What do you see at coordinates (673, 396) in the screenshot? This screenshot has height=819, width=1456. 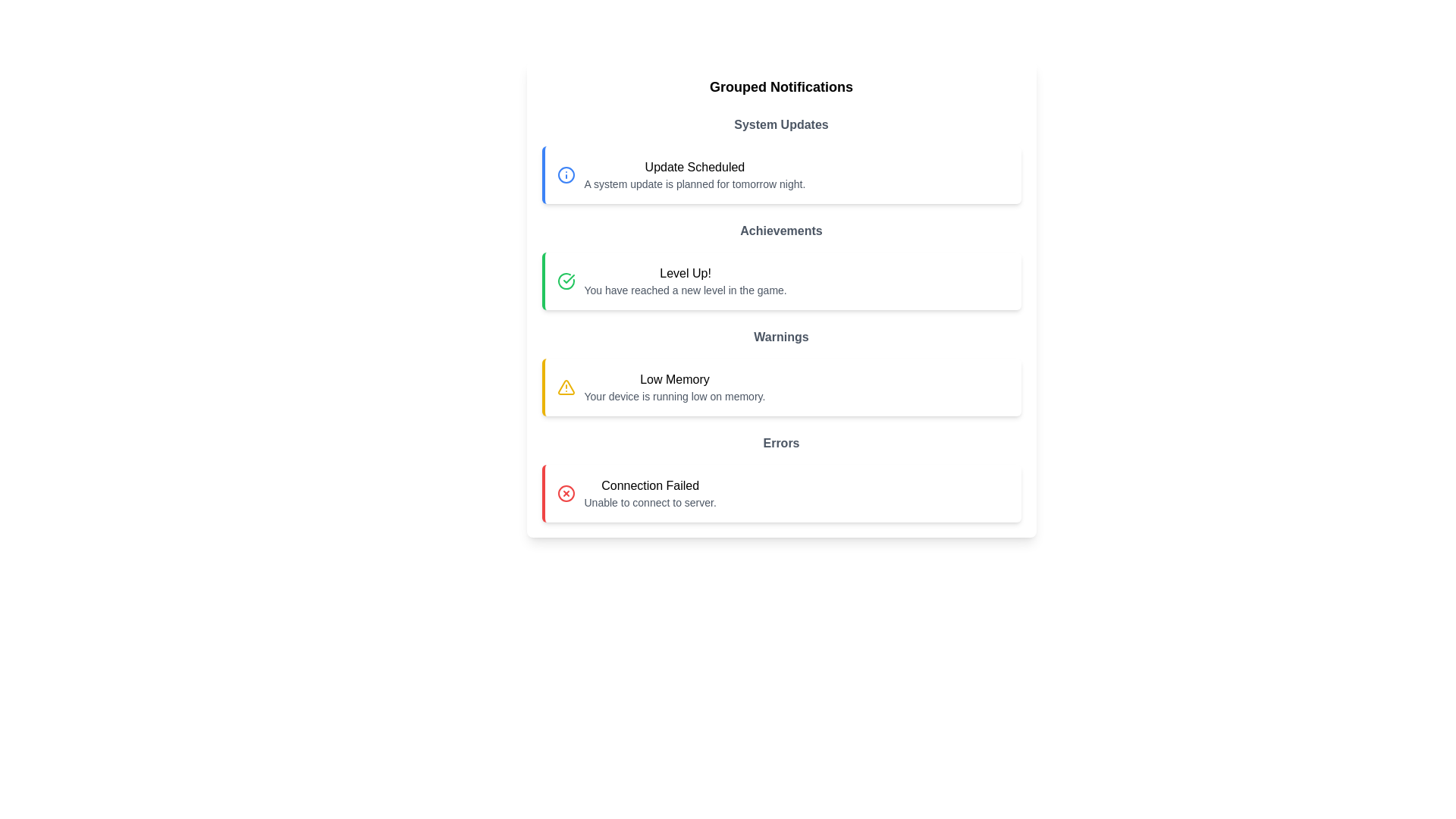 I see `the text label that provides additional details about the warning of low memory, located in the 'Warnings' section beneath the 'Low Memory' header` at bounding box center [673, 396].